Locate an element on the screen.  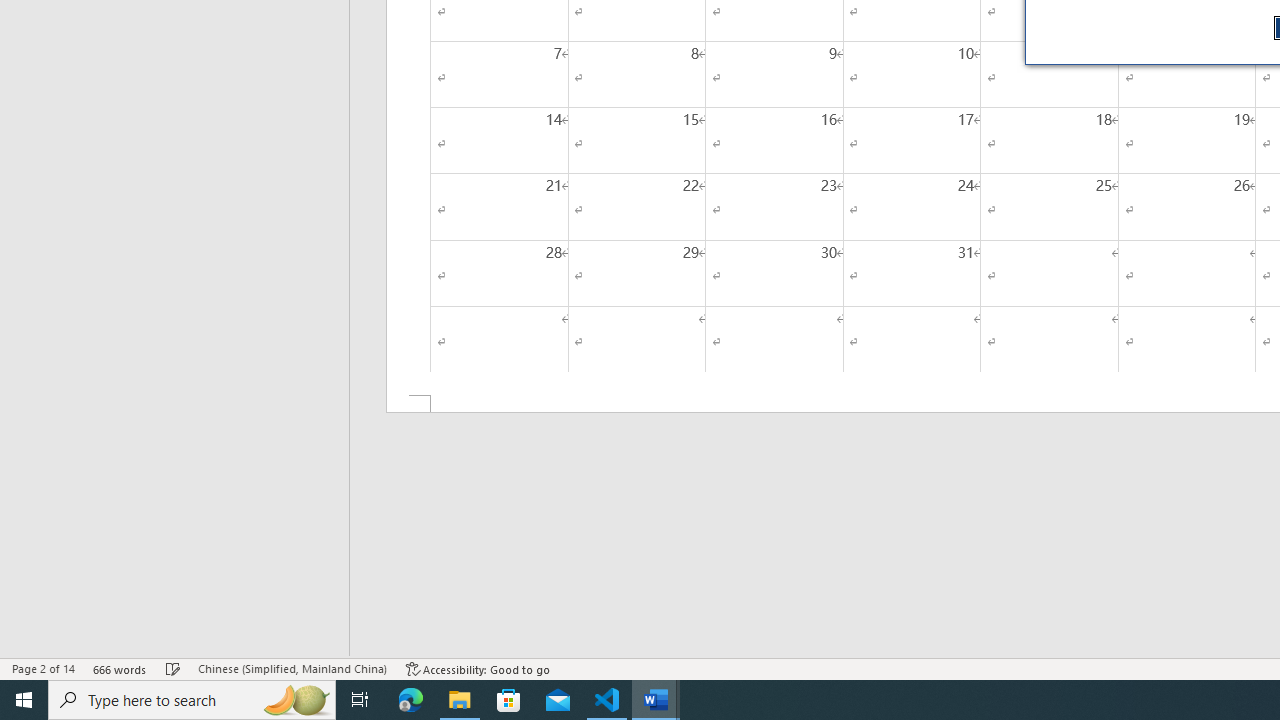
'Visual Studio Code - 1 running window' is located at coordinates (606, 698).